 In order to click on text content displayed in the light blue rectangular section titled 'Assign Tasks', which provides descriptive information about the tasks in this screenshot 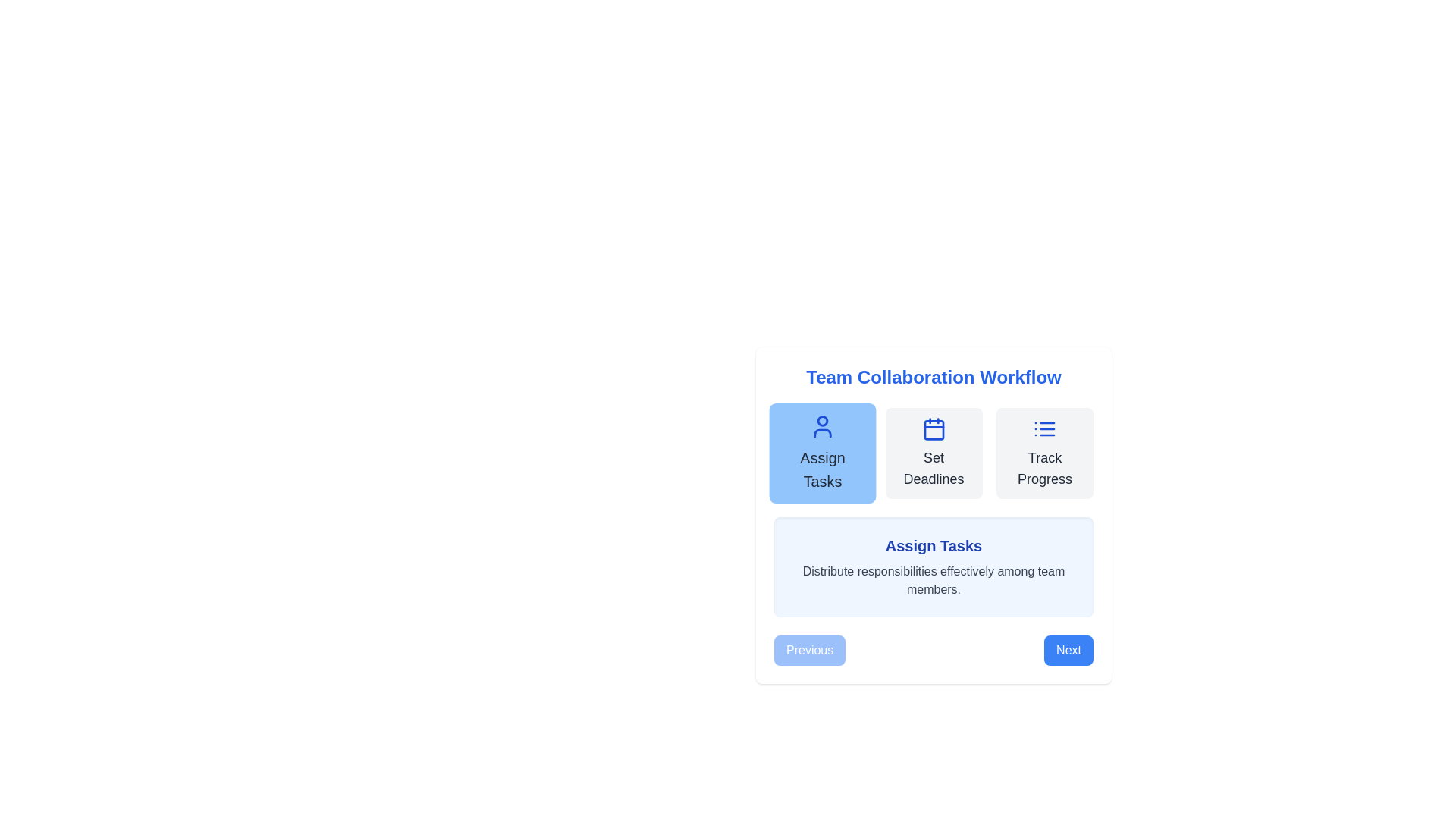, I will do `click(933, 580)`.